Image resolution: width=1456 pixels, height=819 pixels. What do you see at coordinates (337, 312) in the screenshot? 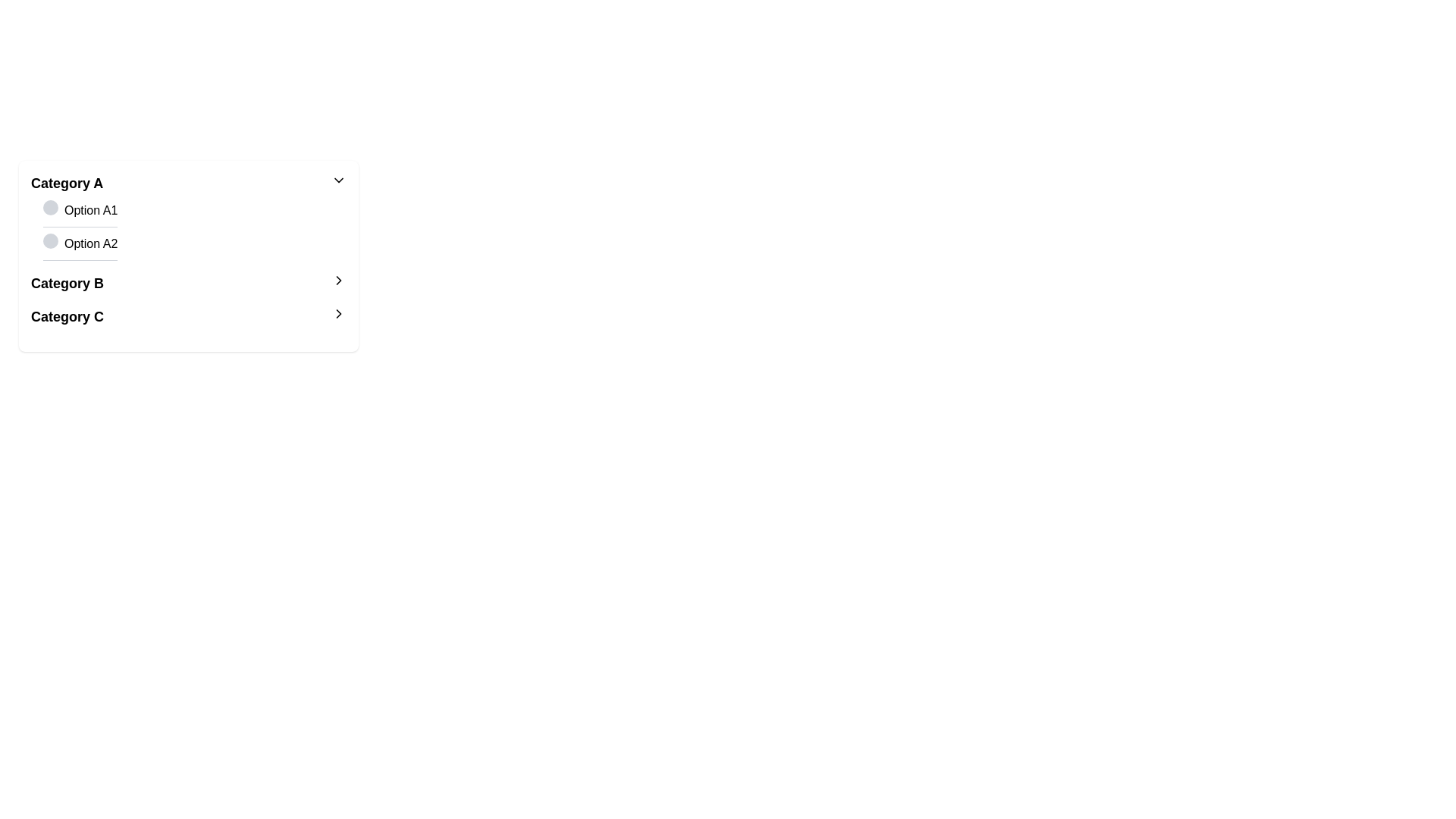
I see `the navigation icon located to the far right of the 'Category C' row` at bounding box center [337, 312].